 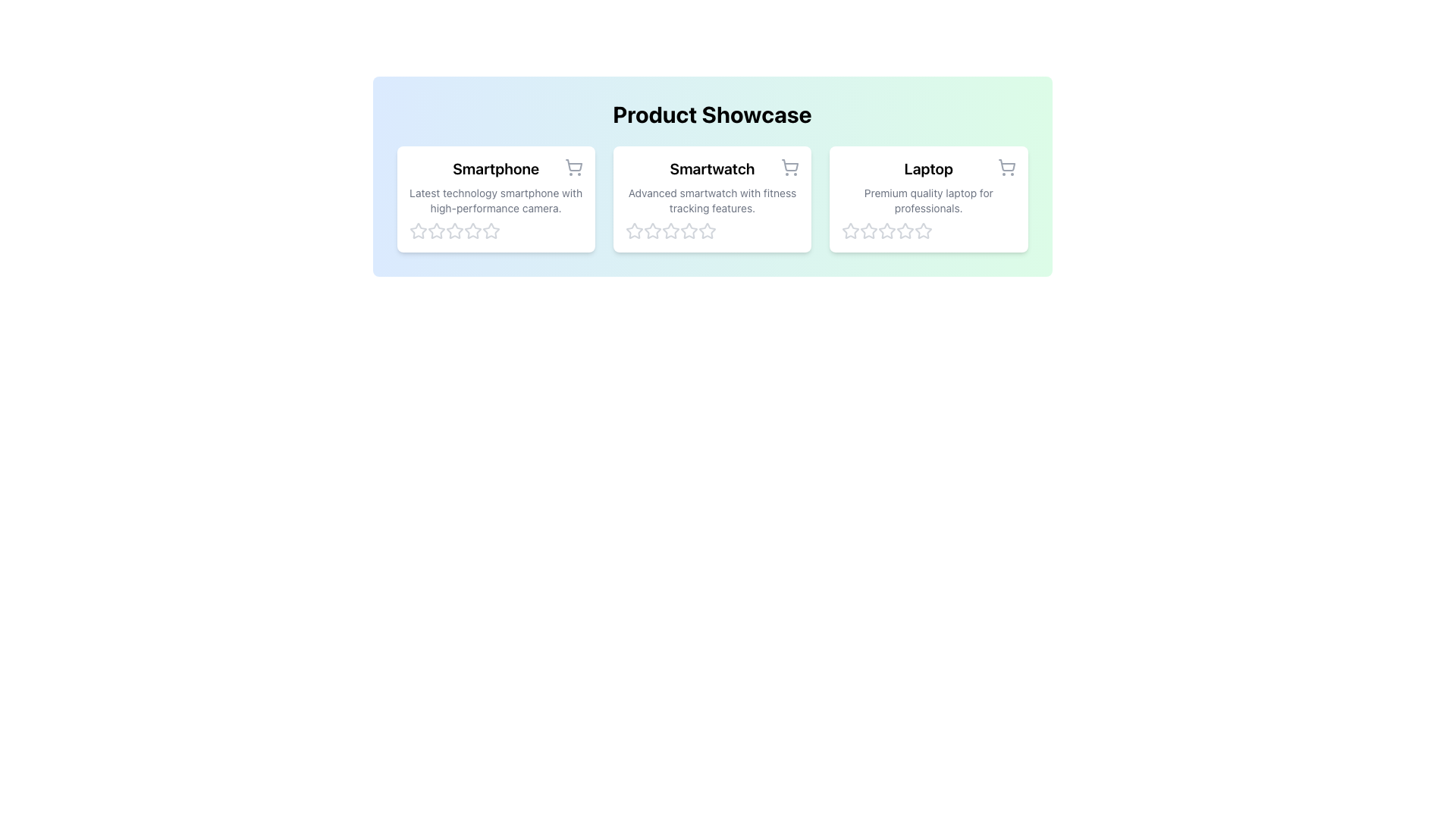 I want to click on the second star in the row of five interactive gray rating stars beneath the 'Smartphone' product card to rate it, so click(x=435, y=231).